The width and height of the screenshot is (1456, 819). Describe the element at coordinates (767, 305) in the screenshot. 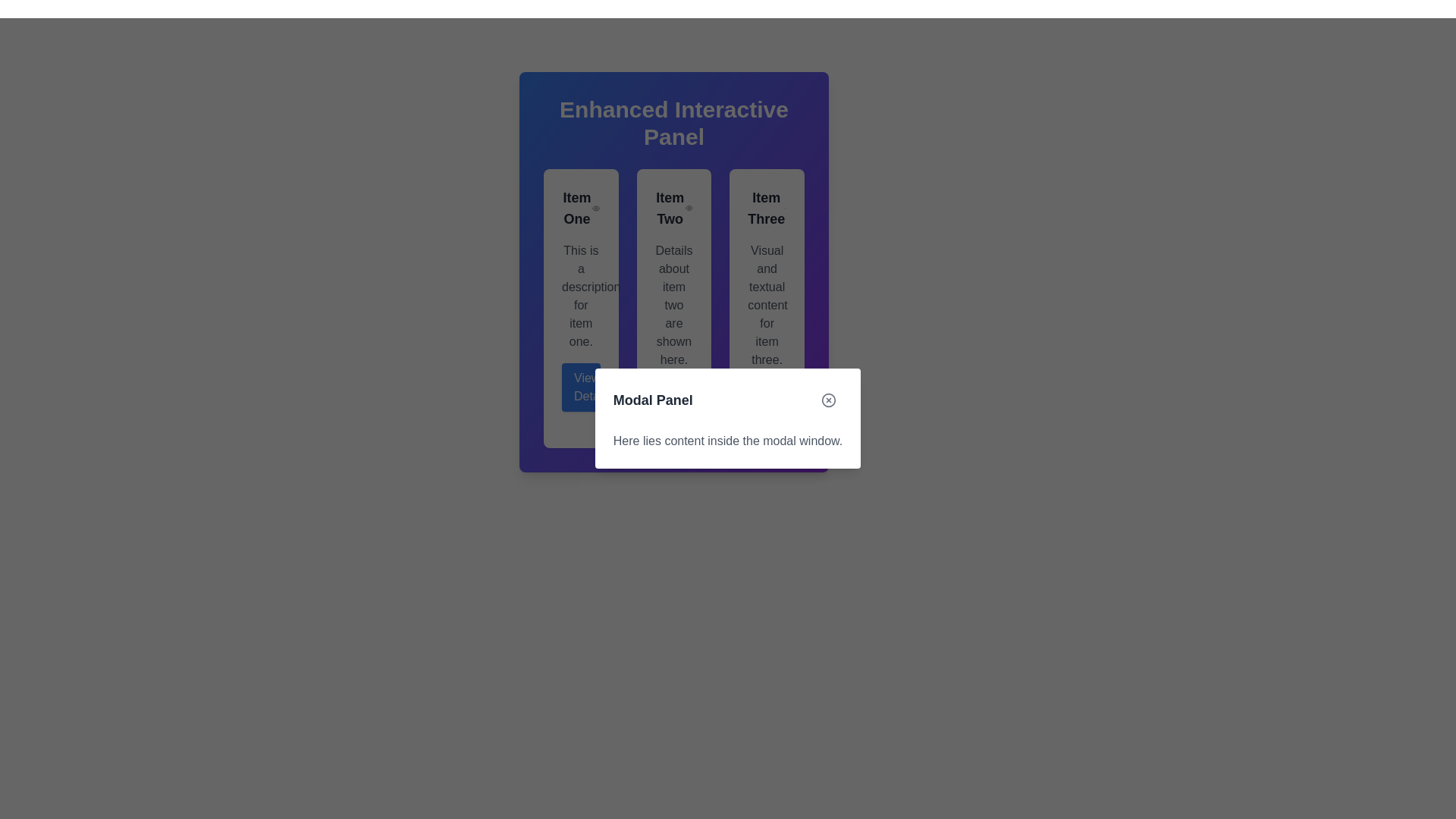

I see `the informational text block that provides descriptive content related to 'Item Three', located between the title and the 'View Details' button` at that location.